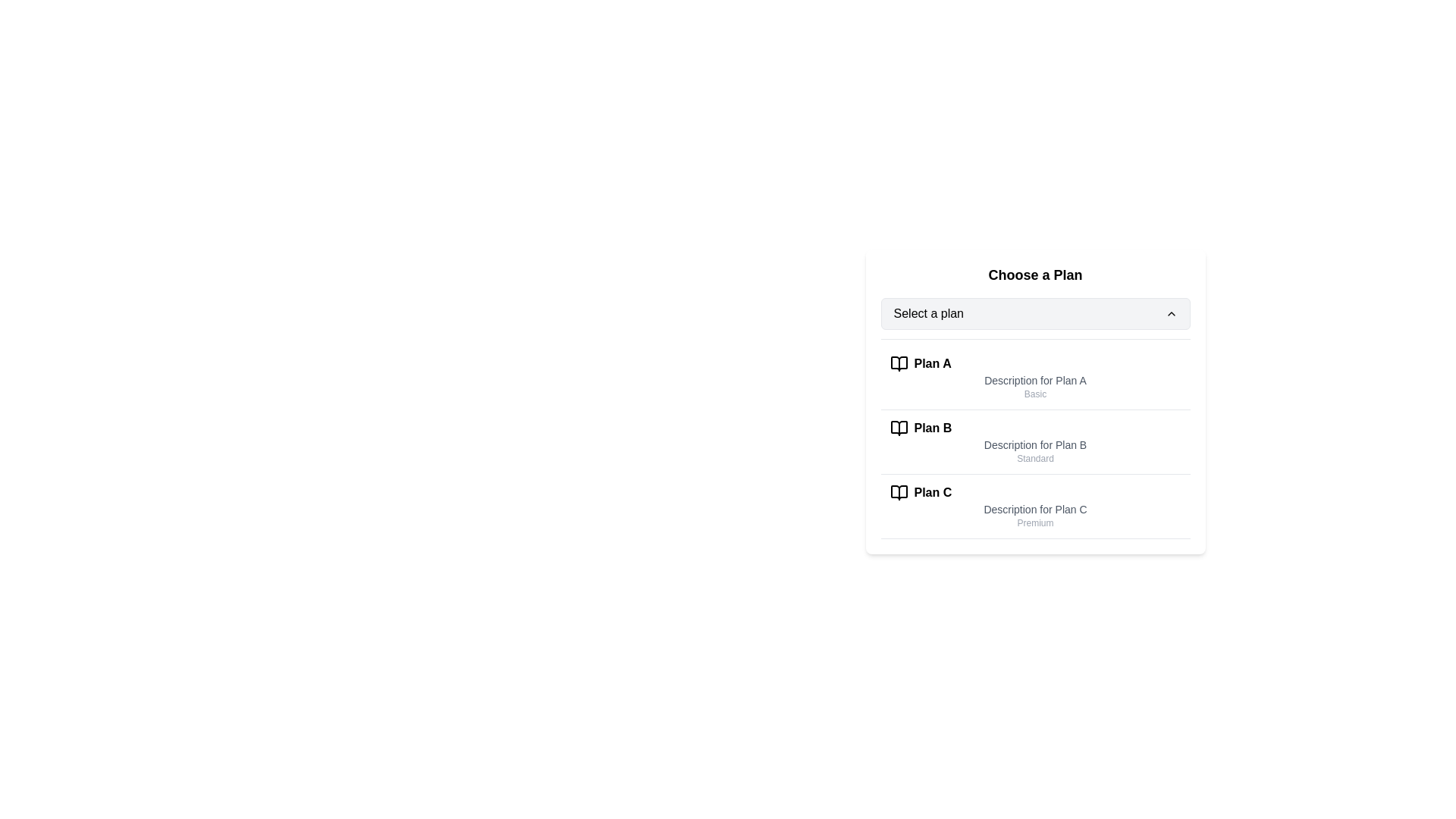 The image size is (1456, 819). What do you see at coordinates (899, 493) in the screenshot?
I see `the small black line icon depicting an open book, which is located to the left of the text 'Plan C'` at bounding box center [899, 493].